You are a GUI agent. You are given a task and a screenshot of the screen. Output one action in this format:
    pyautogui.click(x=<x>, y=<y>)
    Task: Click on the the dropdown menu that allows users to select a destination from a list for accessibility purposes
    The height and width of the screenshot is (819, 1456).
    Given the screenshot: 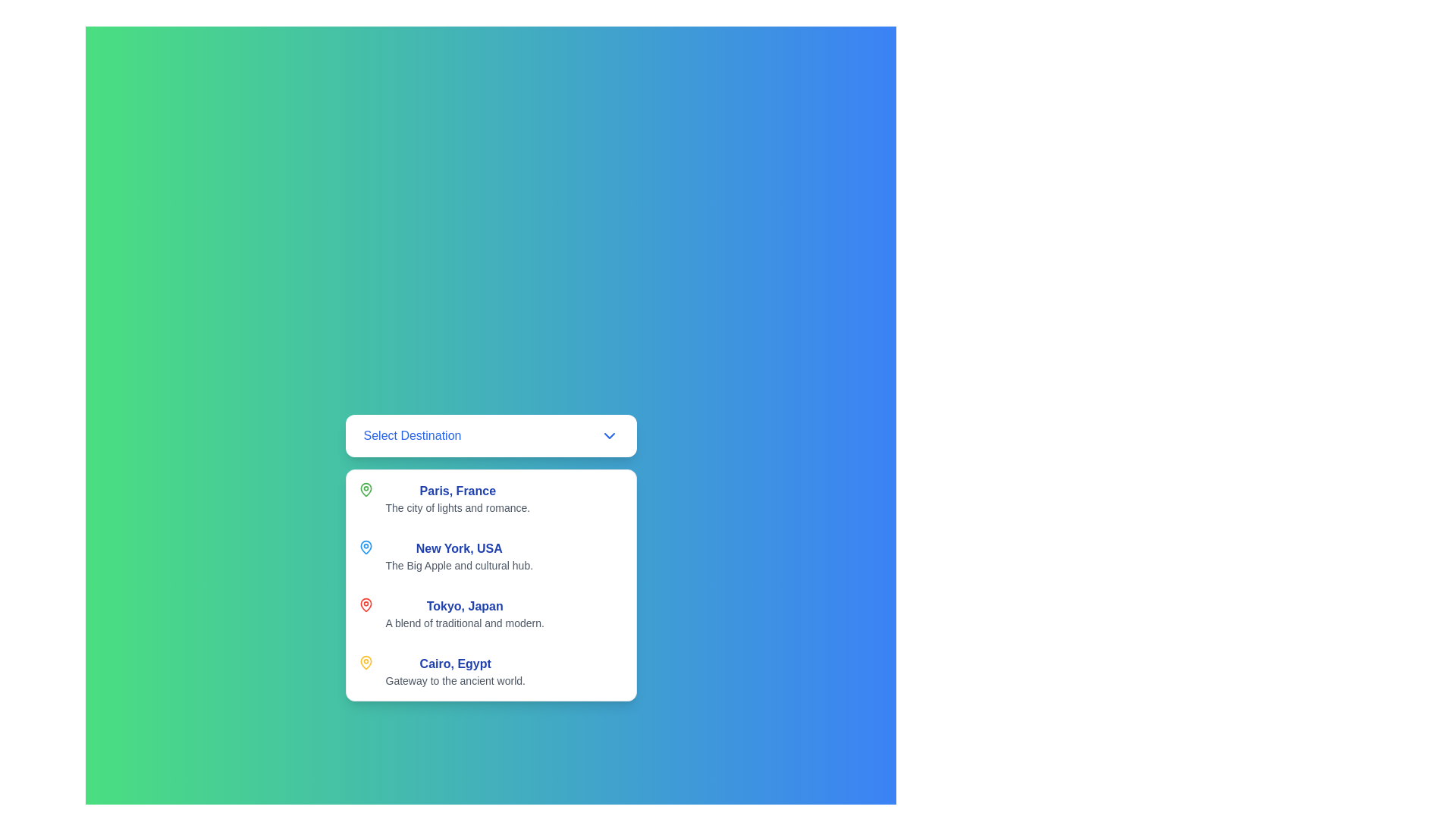 What is the action you would take?
    pyautogui.click(x=491, y=435)
    